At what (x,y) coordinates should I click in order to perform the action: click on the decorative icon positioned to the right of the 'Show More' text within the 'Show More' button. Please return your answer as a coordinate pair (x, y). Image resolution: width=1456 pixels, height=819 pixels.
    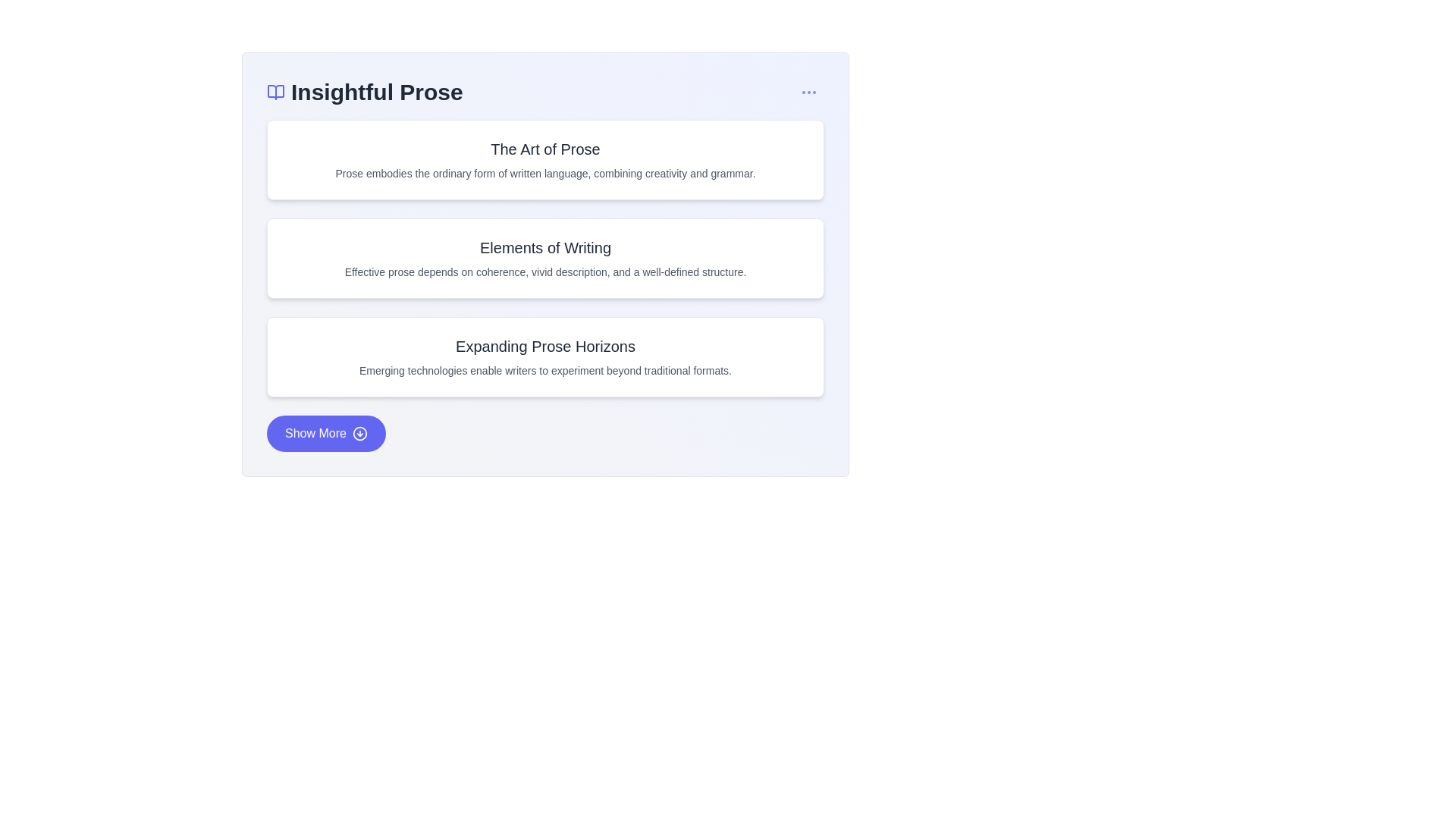
    Looking at the image, I should click on (359, 433).